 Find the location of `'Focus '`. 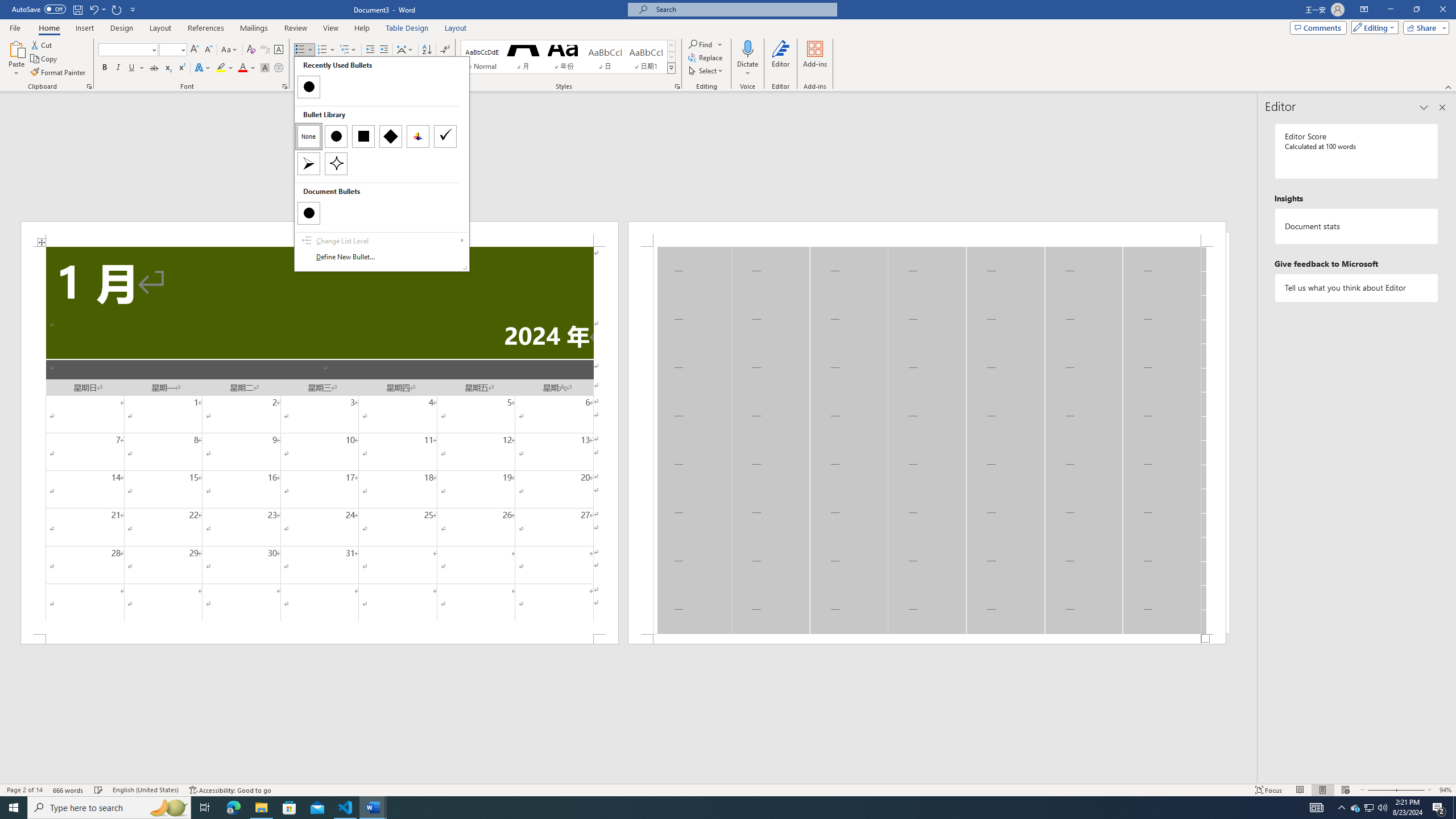

'Focus ' is located at coordinates (1268, 790).